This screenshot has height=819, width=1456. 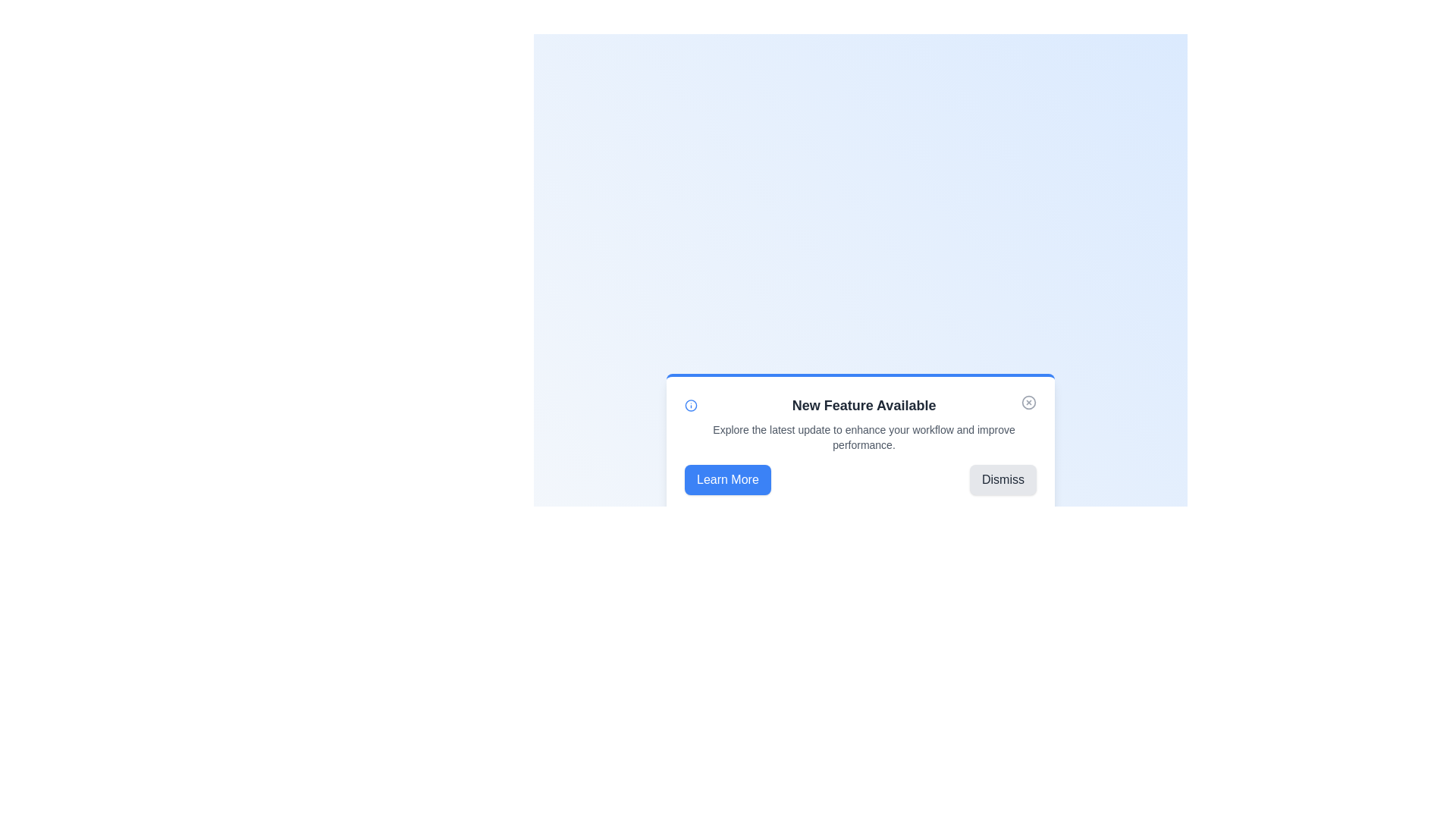 What do you see at coordinates (1029, 402) in the screenshot?
I see `the close icon to hide the alert` at bounding box center [1029, 402].